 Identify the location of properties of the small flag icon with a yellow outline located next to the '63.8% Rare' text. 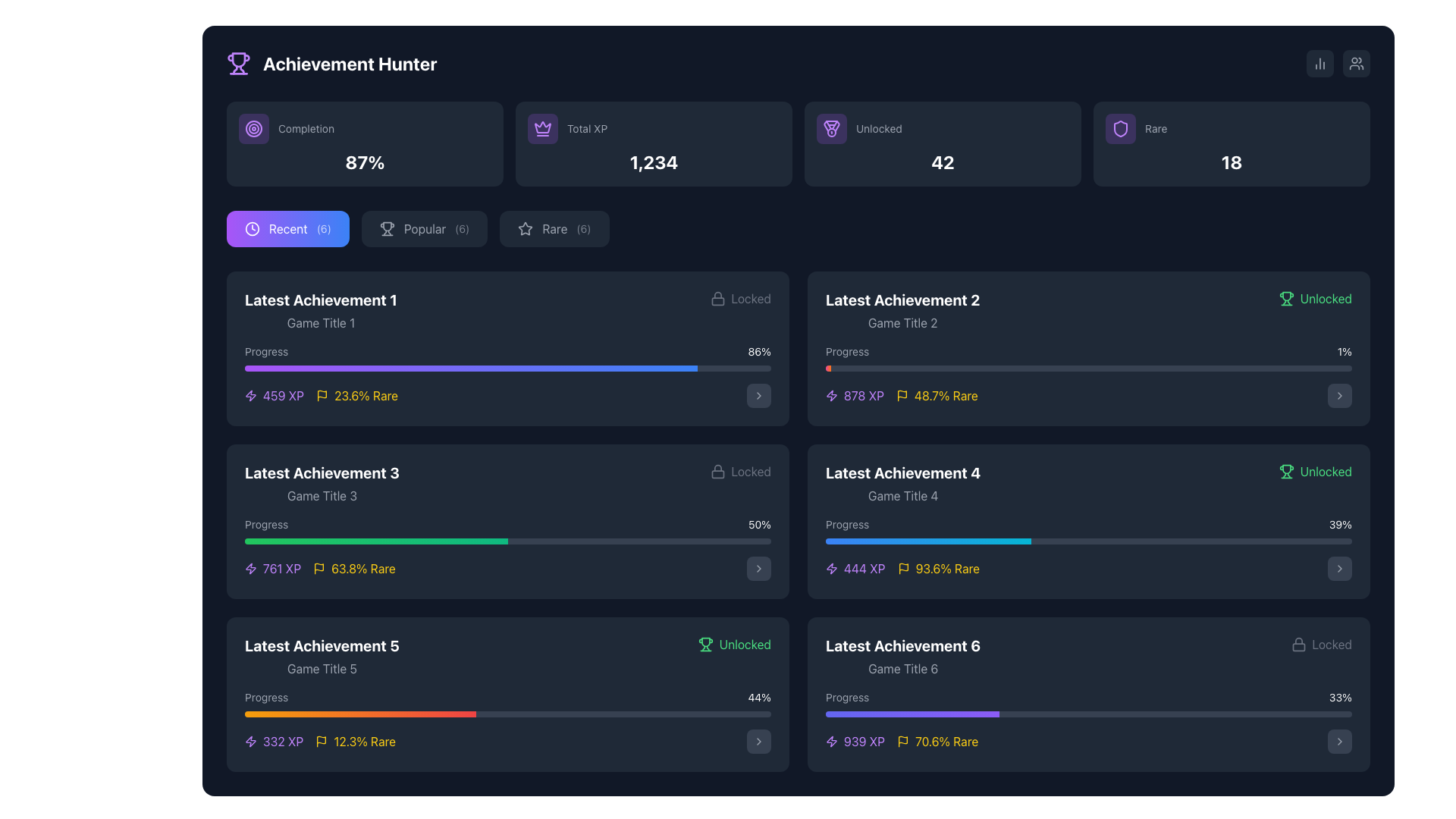
(318, 568).